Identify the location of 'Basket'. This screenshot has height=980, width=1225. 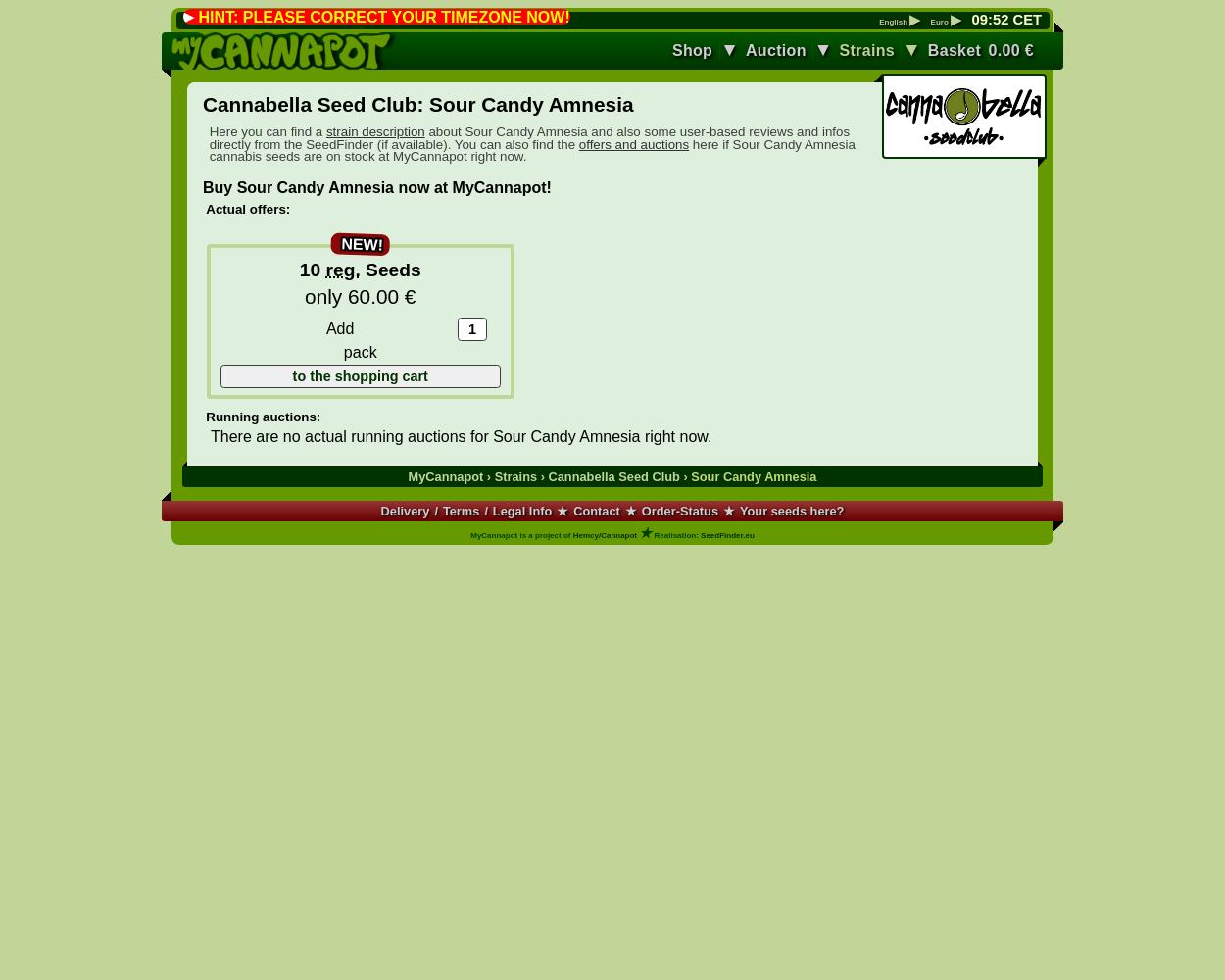
(953, 49).